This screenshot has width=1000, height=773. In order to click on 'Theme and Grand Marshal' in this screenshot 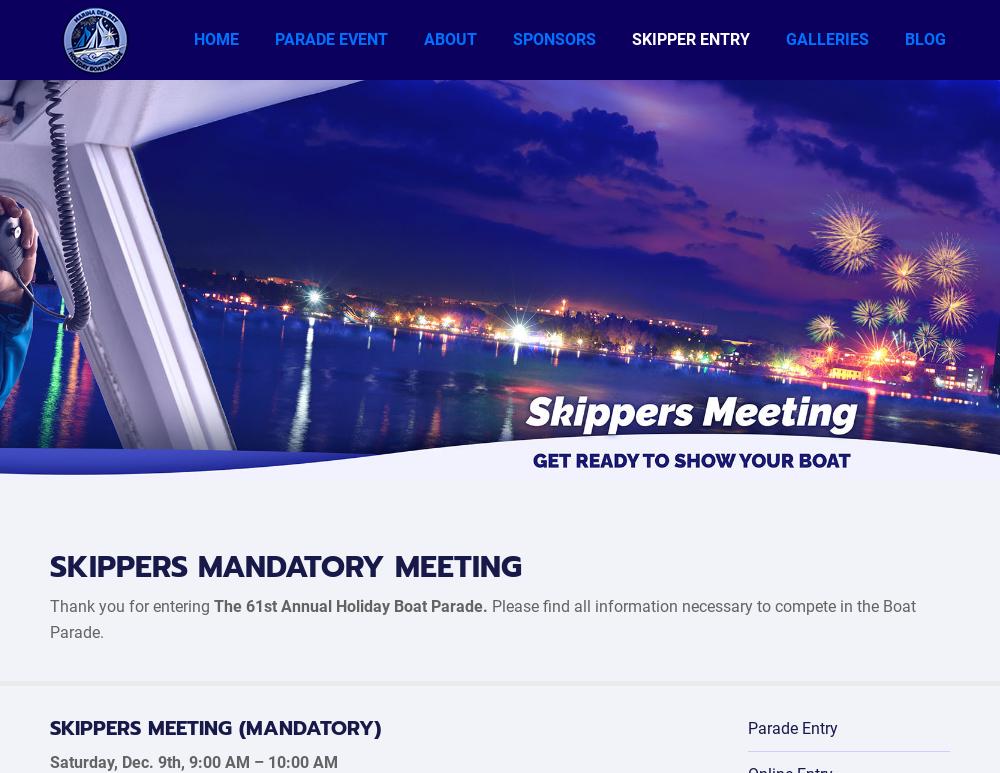, I will do `click(502, 137)`.